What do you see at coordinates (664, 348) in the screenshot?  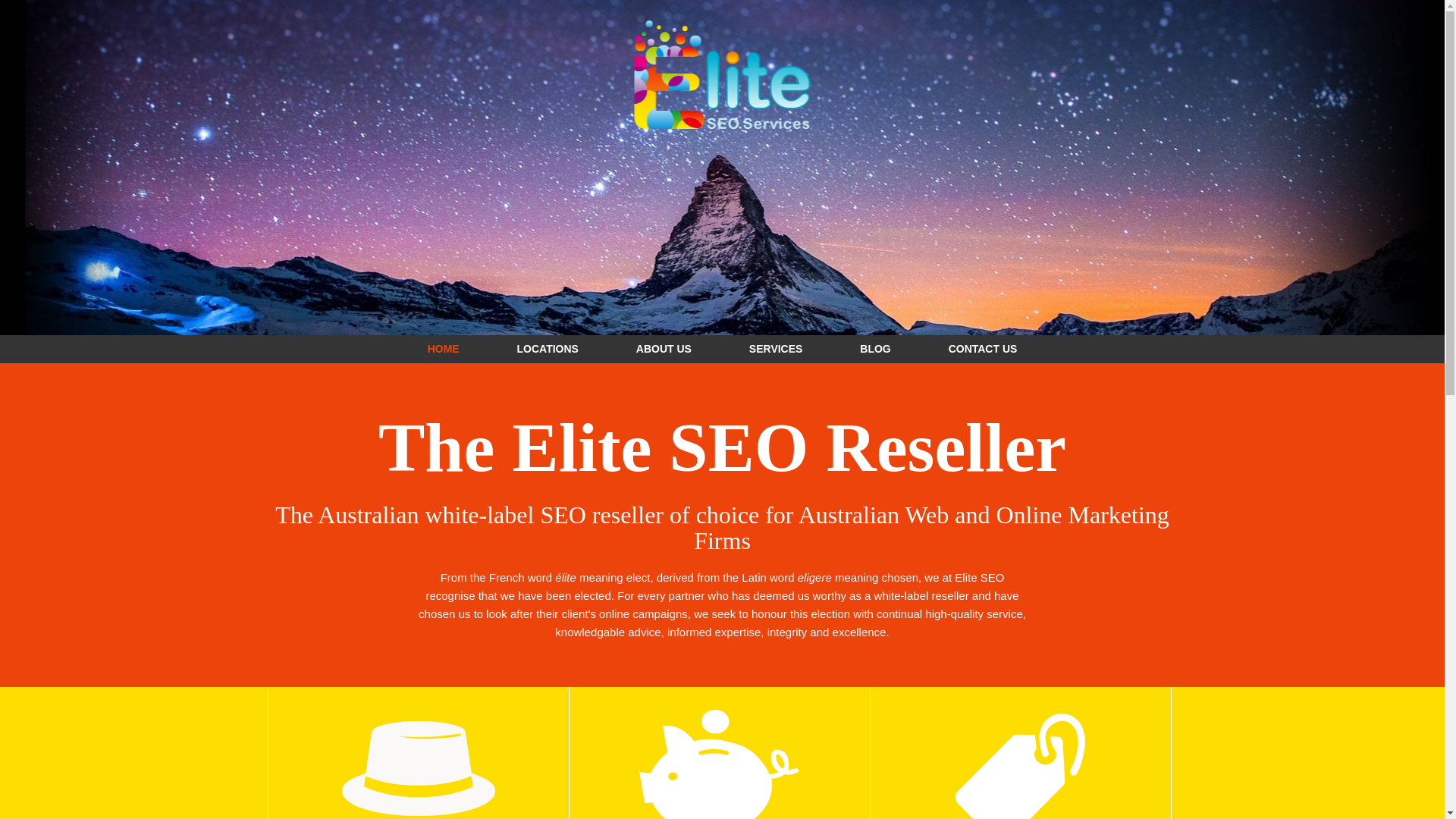 I see `'ABOUT US'` at bounding box center [664, 348].